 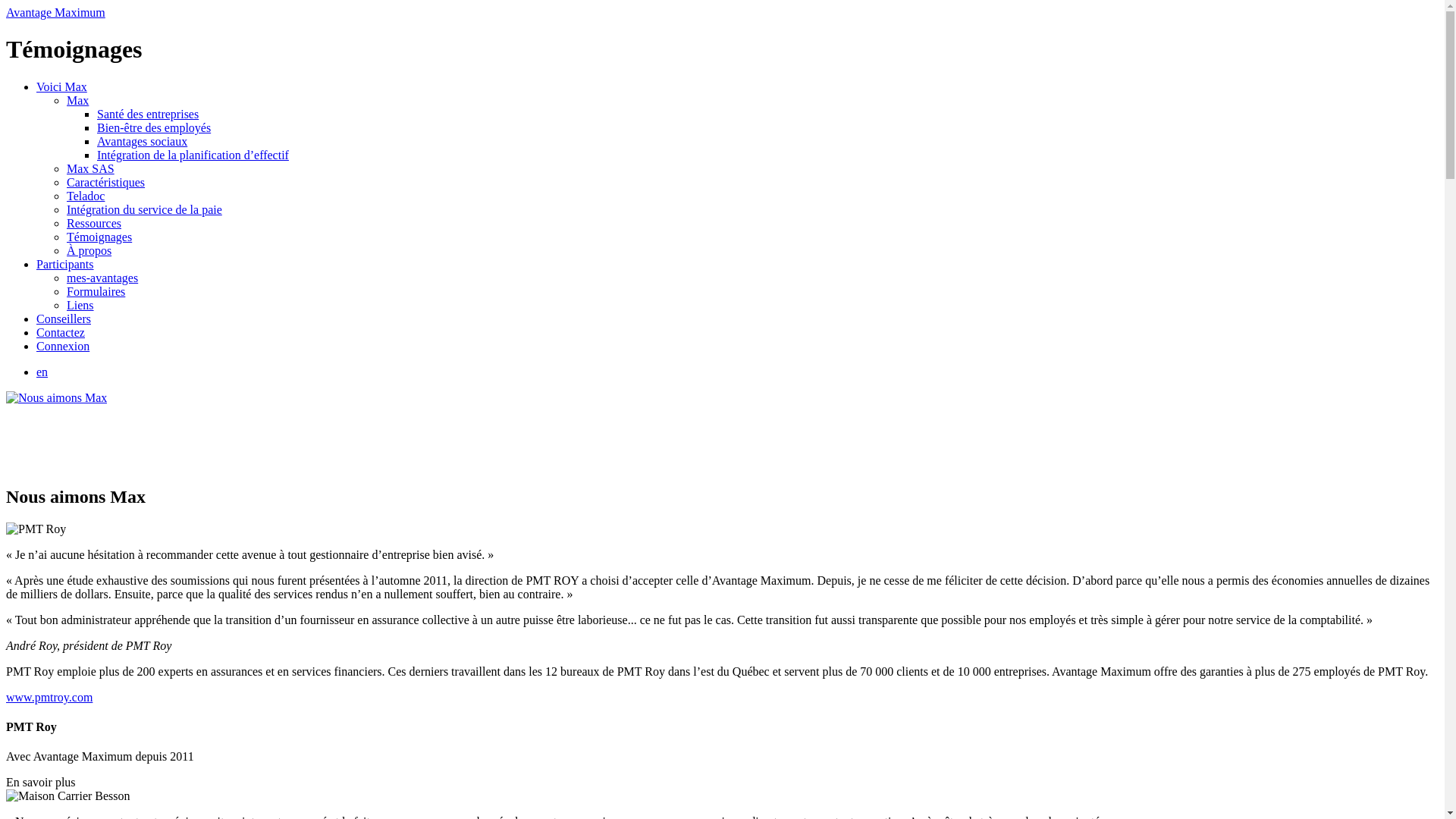 I want to click on 'en', so click(x=42, y=372).